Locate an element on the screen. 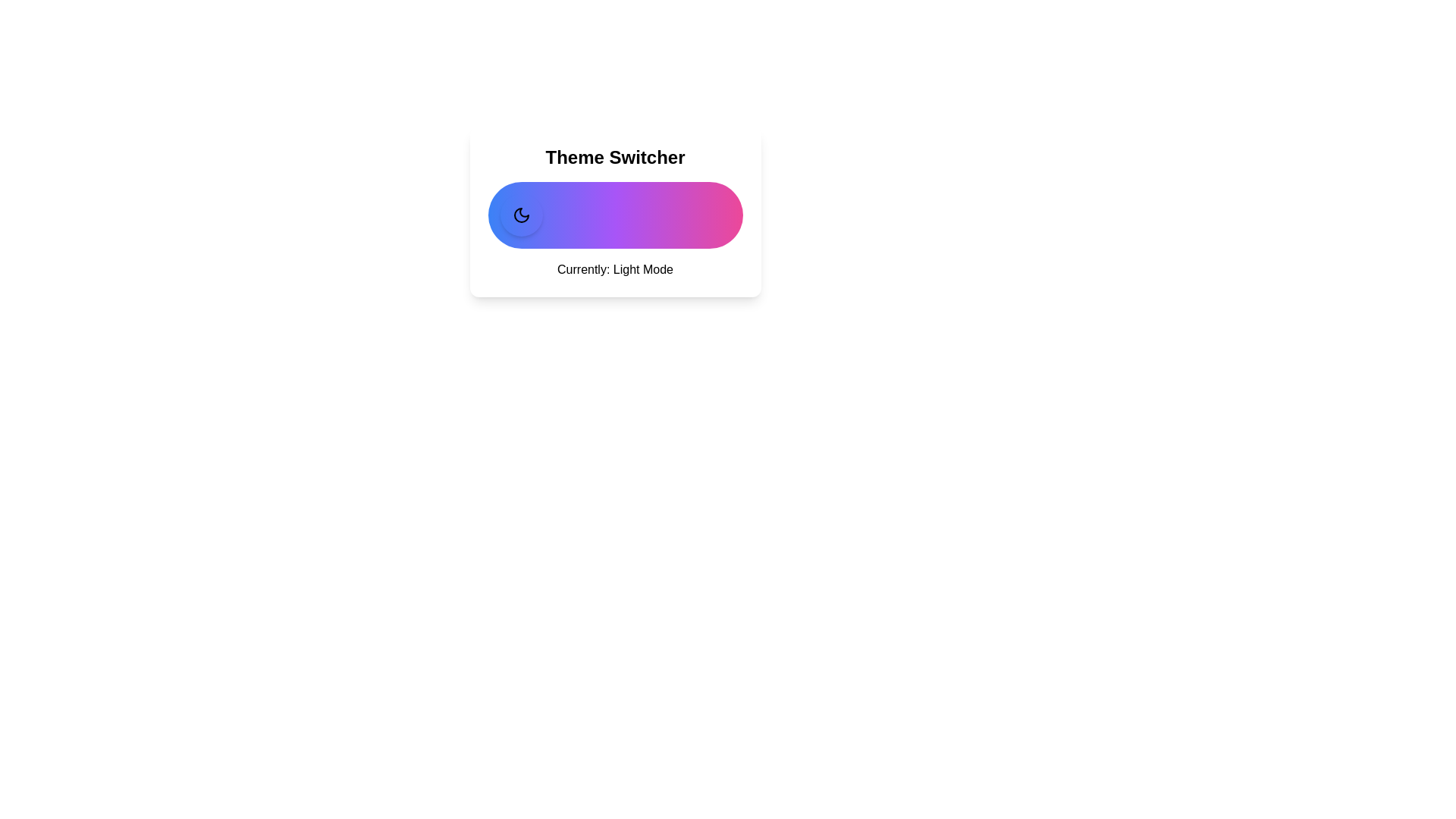  the text 'Currently: Light Mode' displayed below the theme switcher is located at coordinates (615, 268).